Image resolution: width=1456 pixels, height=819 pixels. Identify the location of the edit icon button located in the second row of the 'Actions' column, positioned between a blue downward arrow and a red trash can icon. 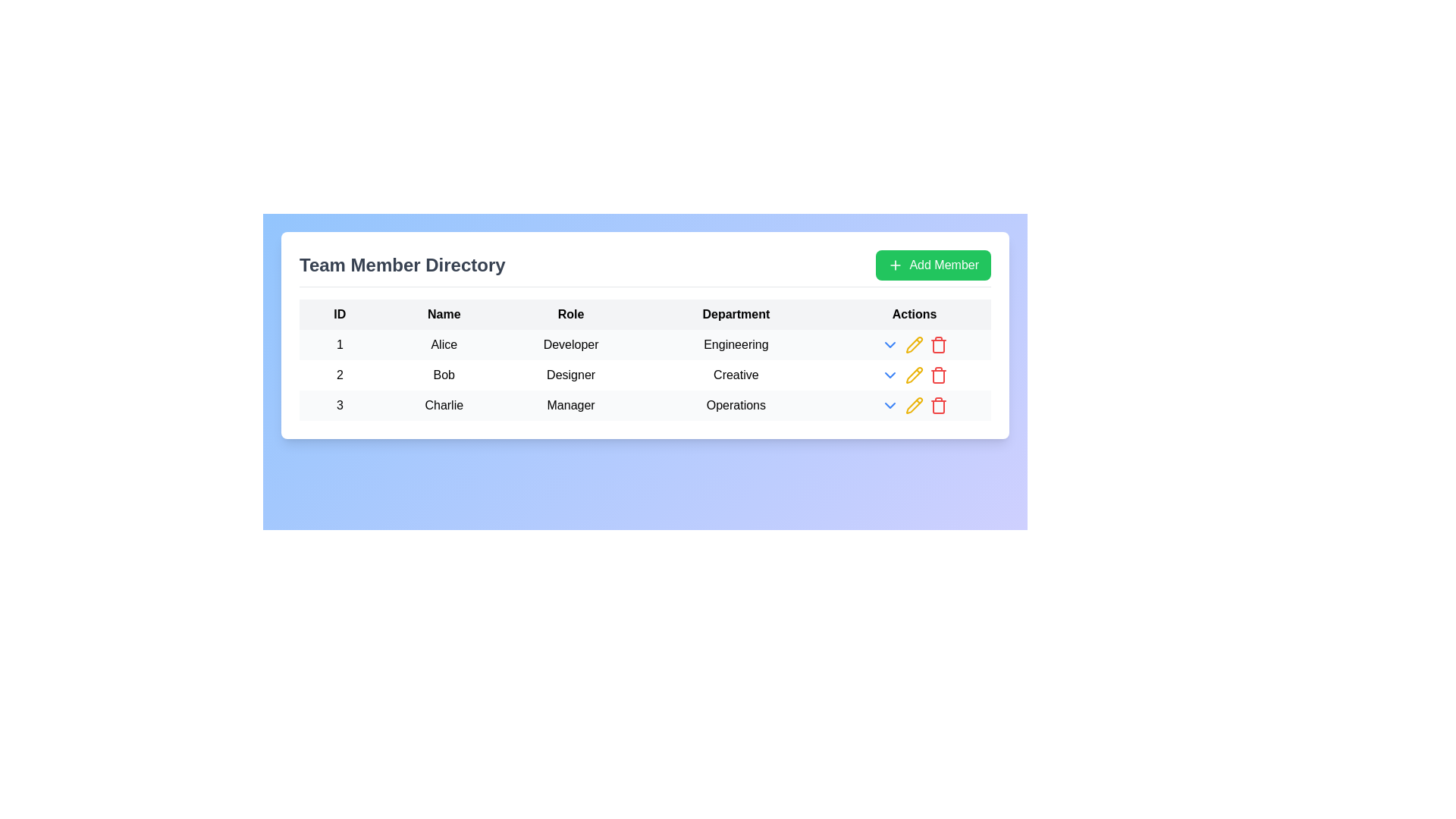
(914, 375).